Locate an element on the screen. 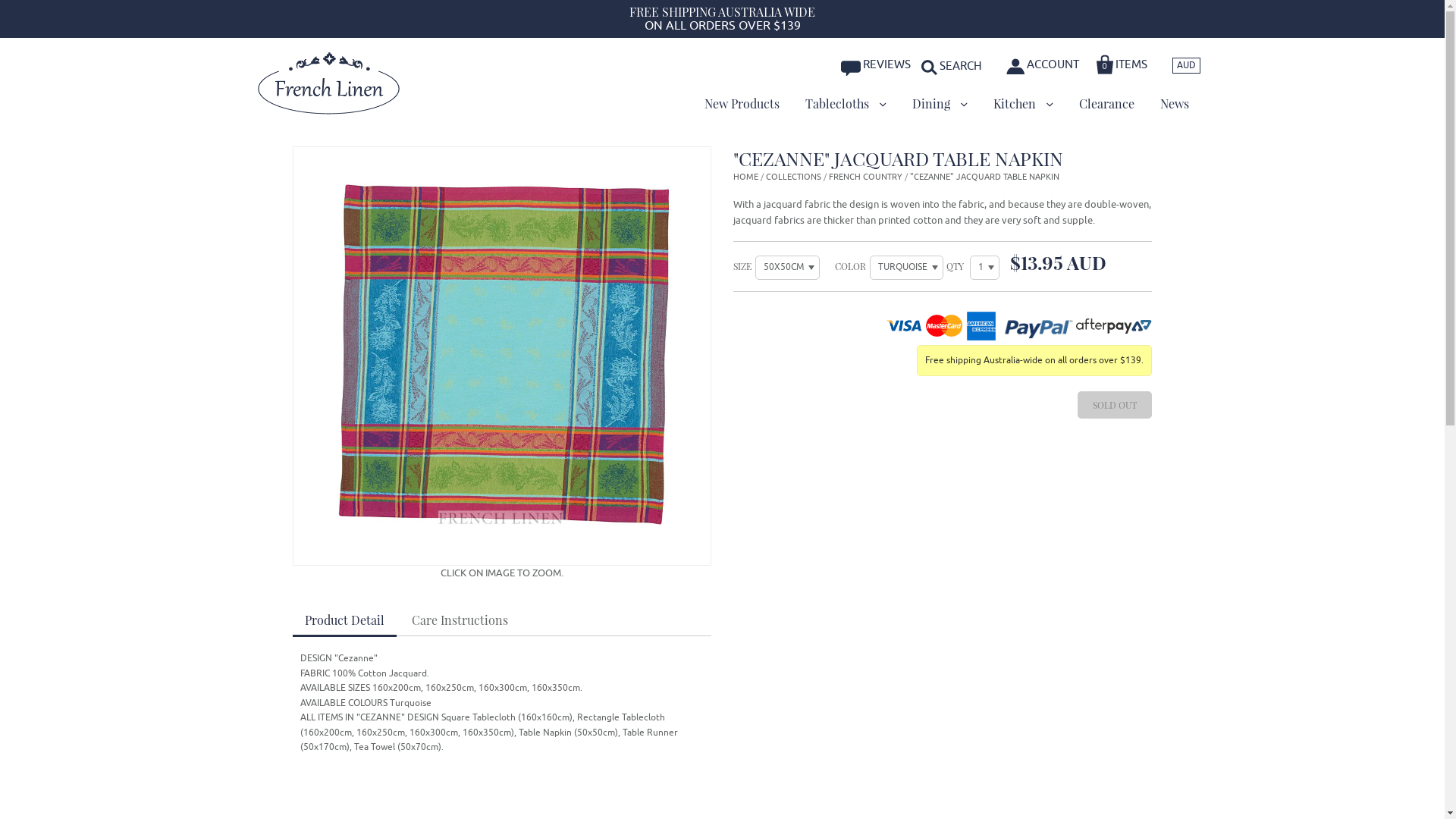 This screenshot has height=819, width=1456. 'HOME' is located at coordinates (745, 175).